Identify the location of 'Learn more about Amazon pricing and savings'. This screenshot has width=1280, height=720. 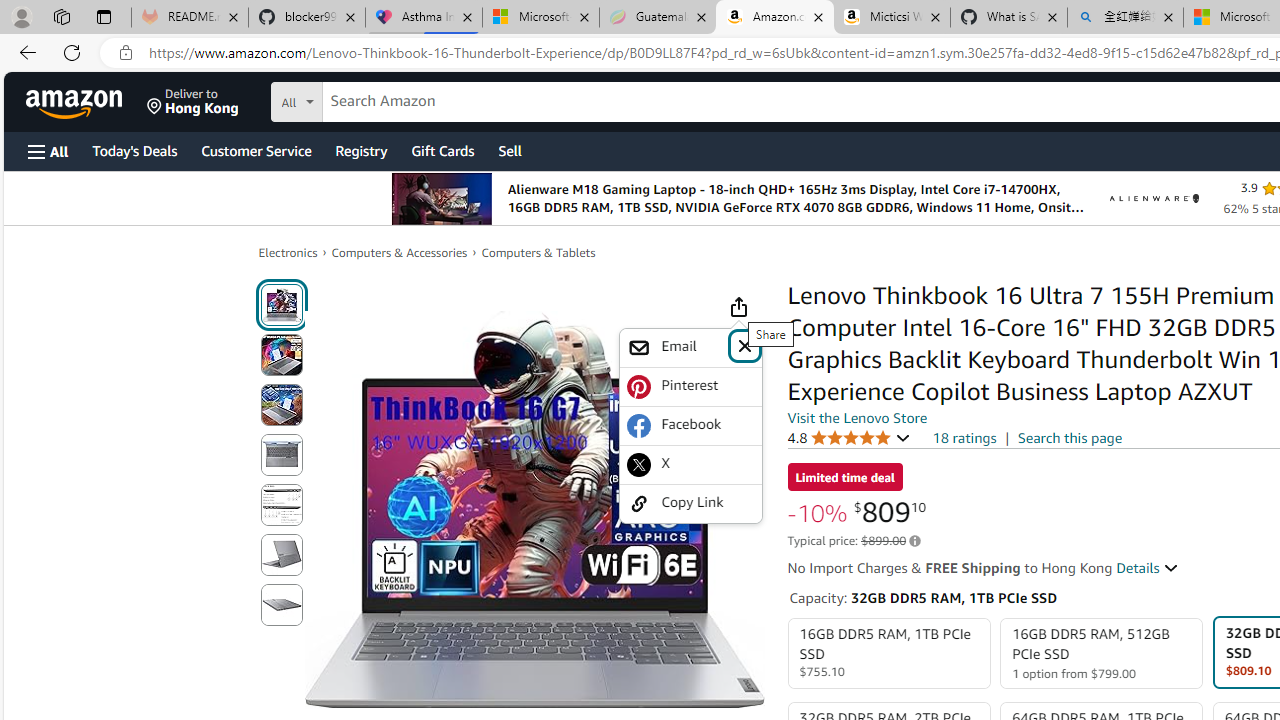
(914, 541).